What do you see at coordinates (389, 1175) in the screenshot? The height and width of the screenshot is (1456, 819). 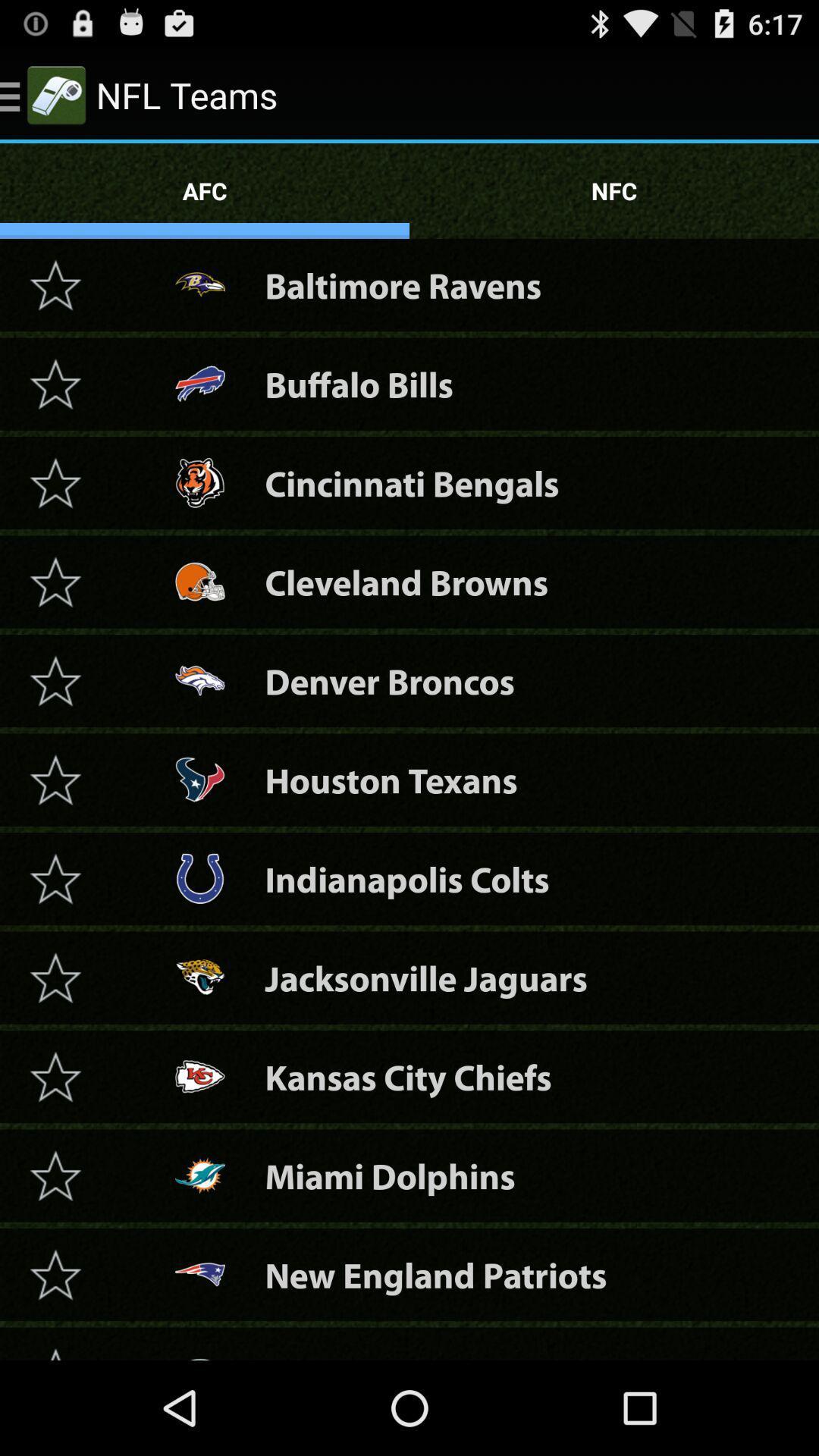 I see `the item above the new england patriots item` at bounding box center [389, 1175].